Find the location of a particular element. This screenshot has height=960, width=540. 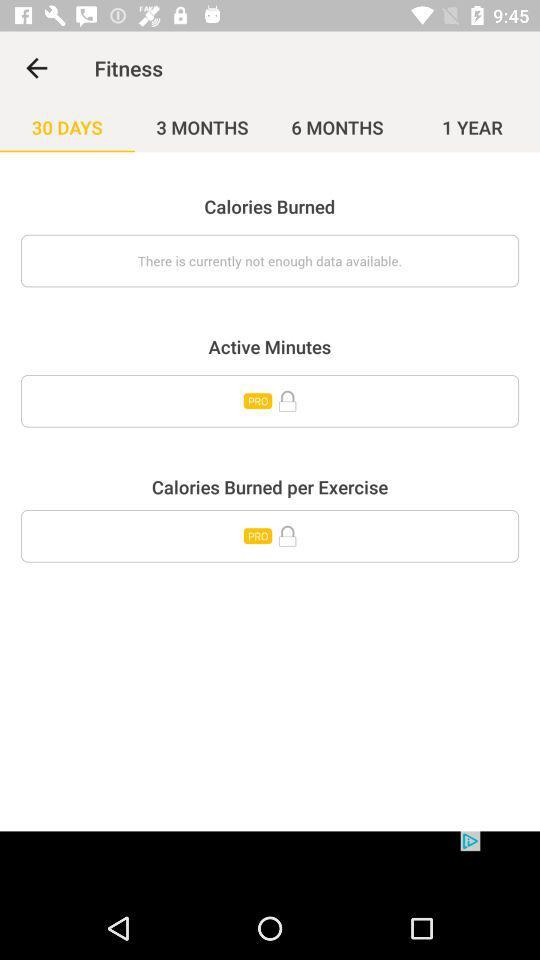

icon below the active minutes item is located at coordinates (270, 400).